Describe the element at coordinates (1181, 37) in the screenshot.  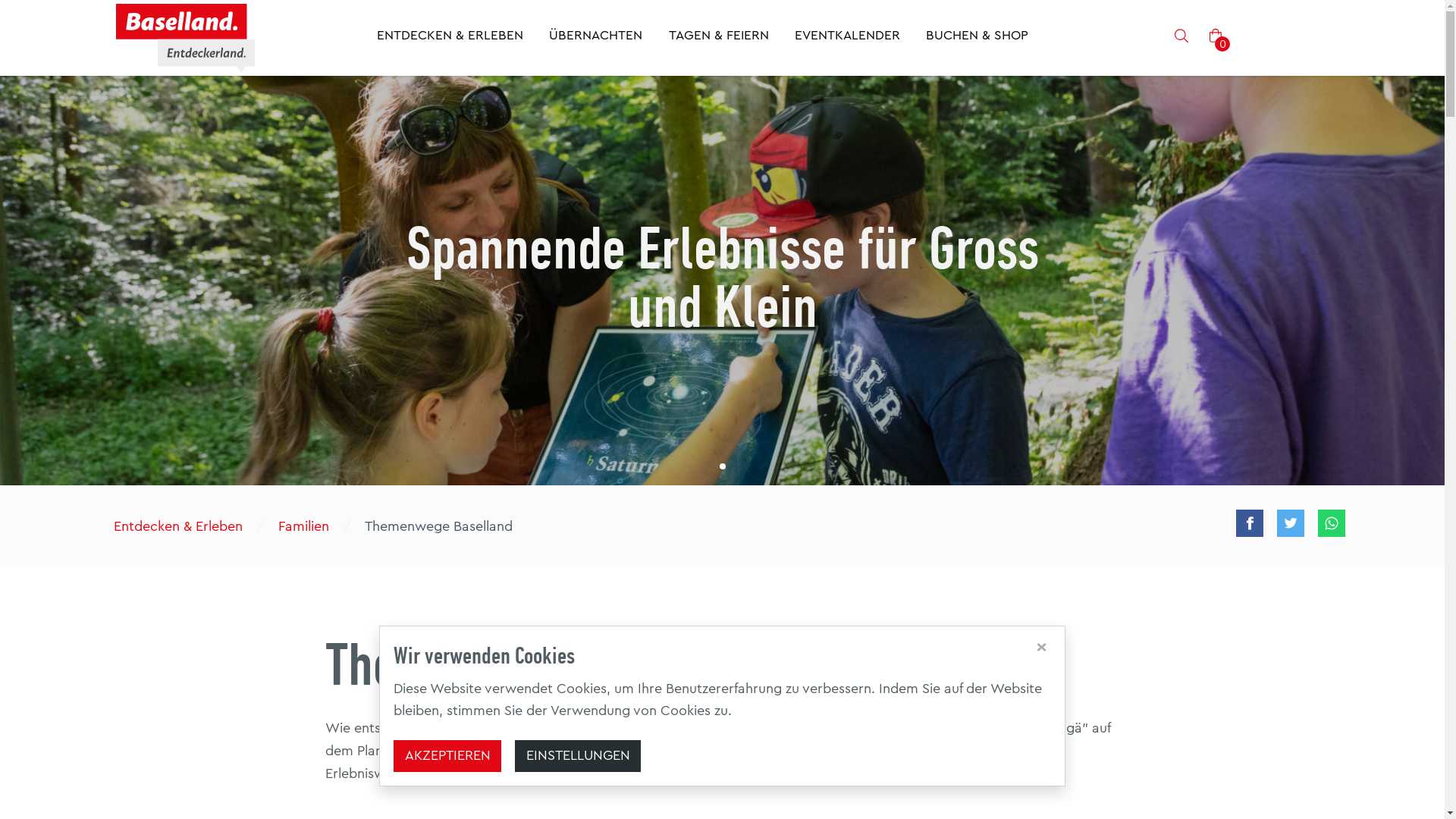
I see `'SUCHE'` at that location.